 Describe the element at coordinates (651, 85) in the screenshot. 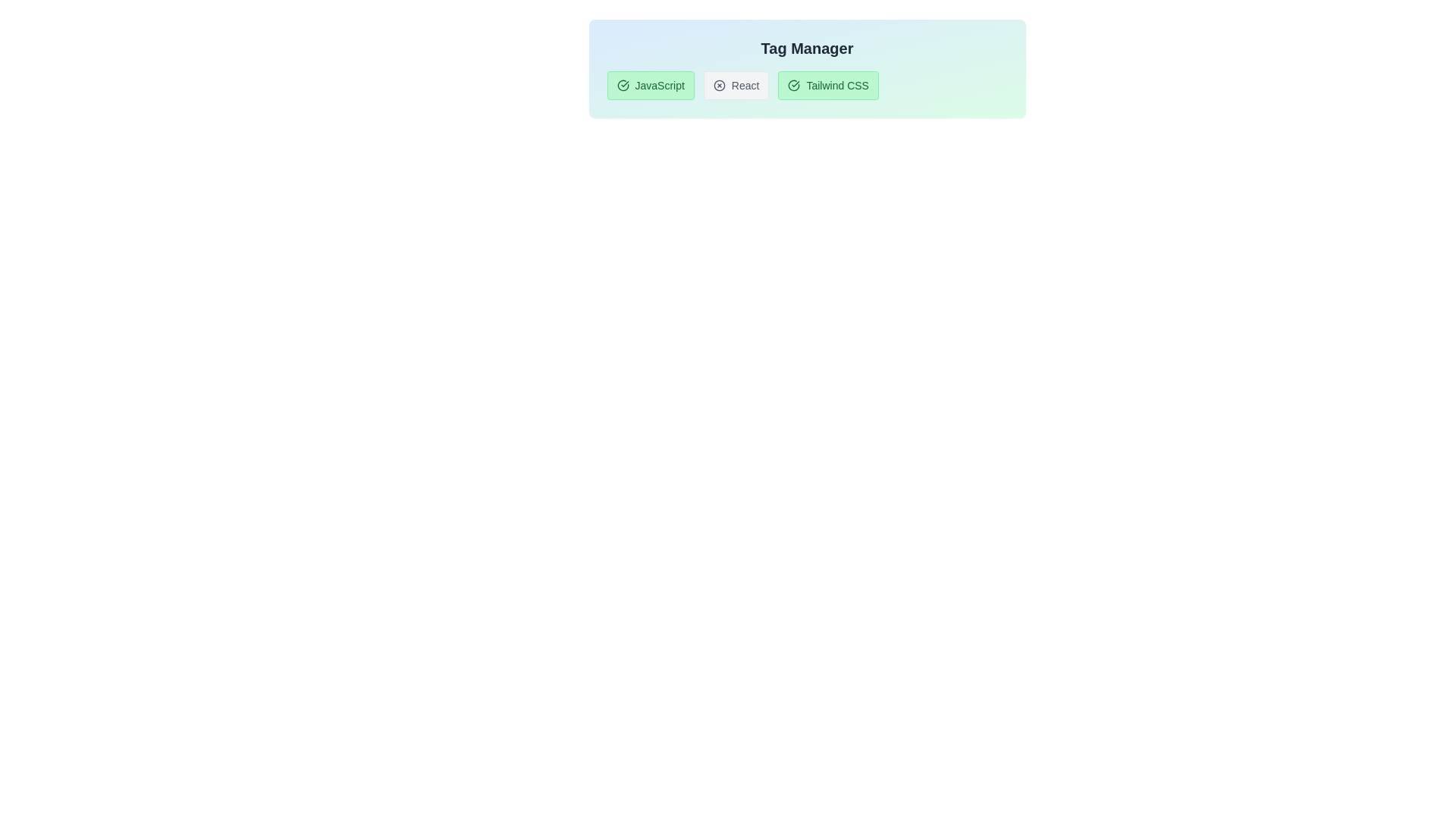

I see `the tag JavaScript to open its context menu` at that location.